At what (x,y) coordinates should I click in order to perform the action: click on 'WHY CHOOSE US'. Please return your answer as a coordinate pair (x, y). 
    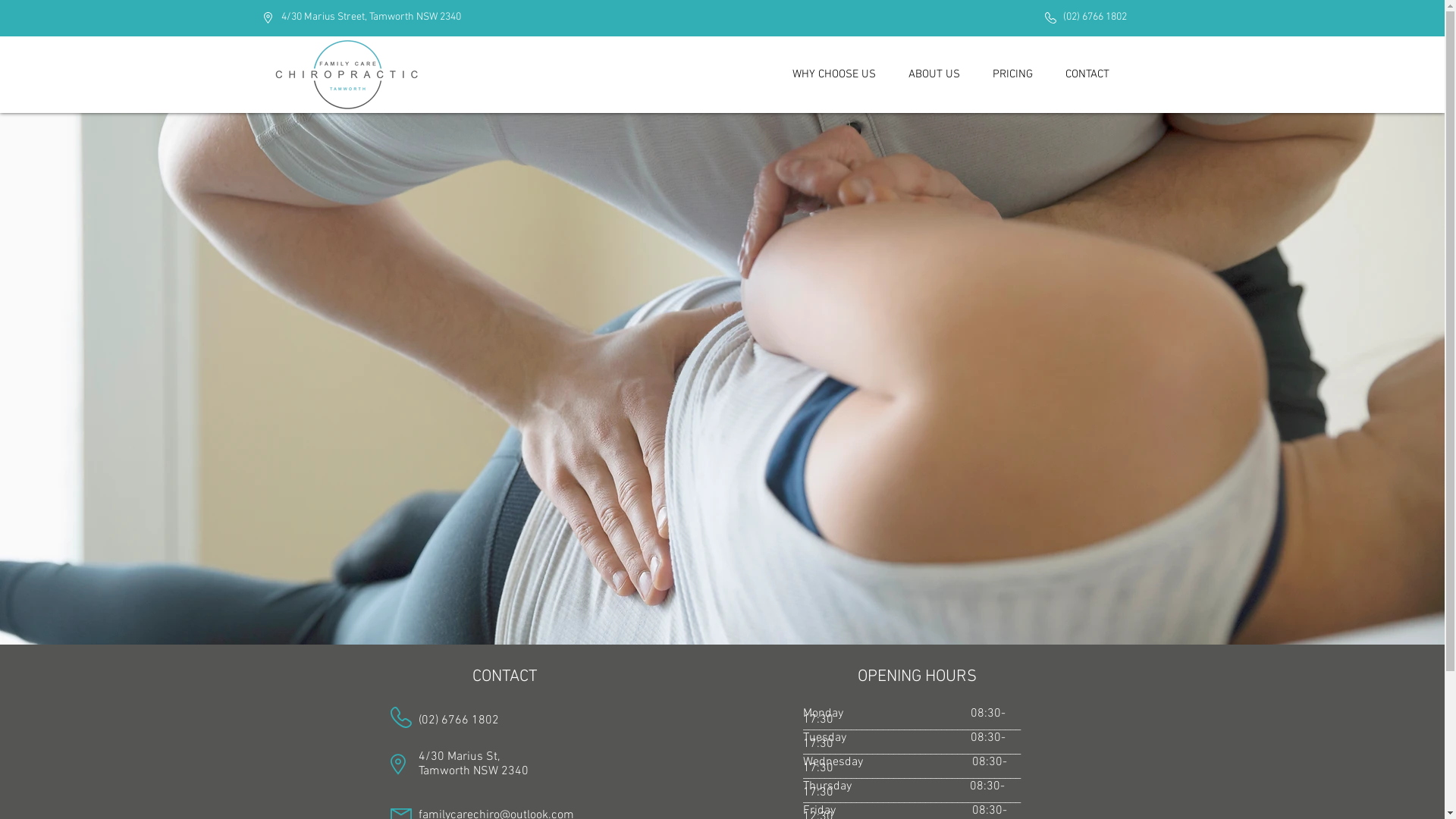
    Looking at the image, I should click on (833, 74).